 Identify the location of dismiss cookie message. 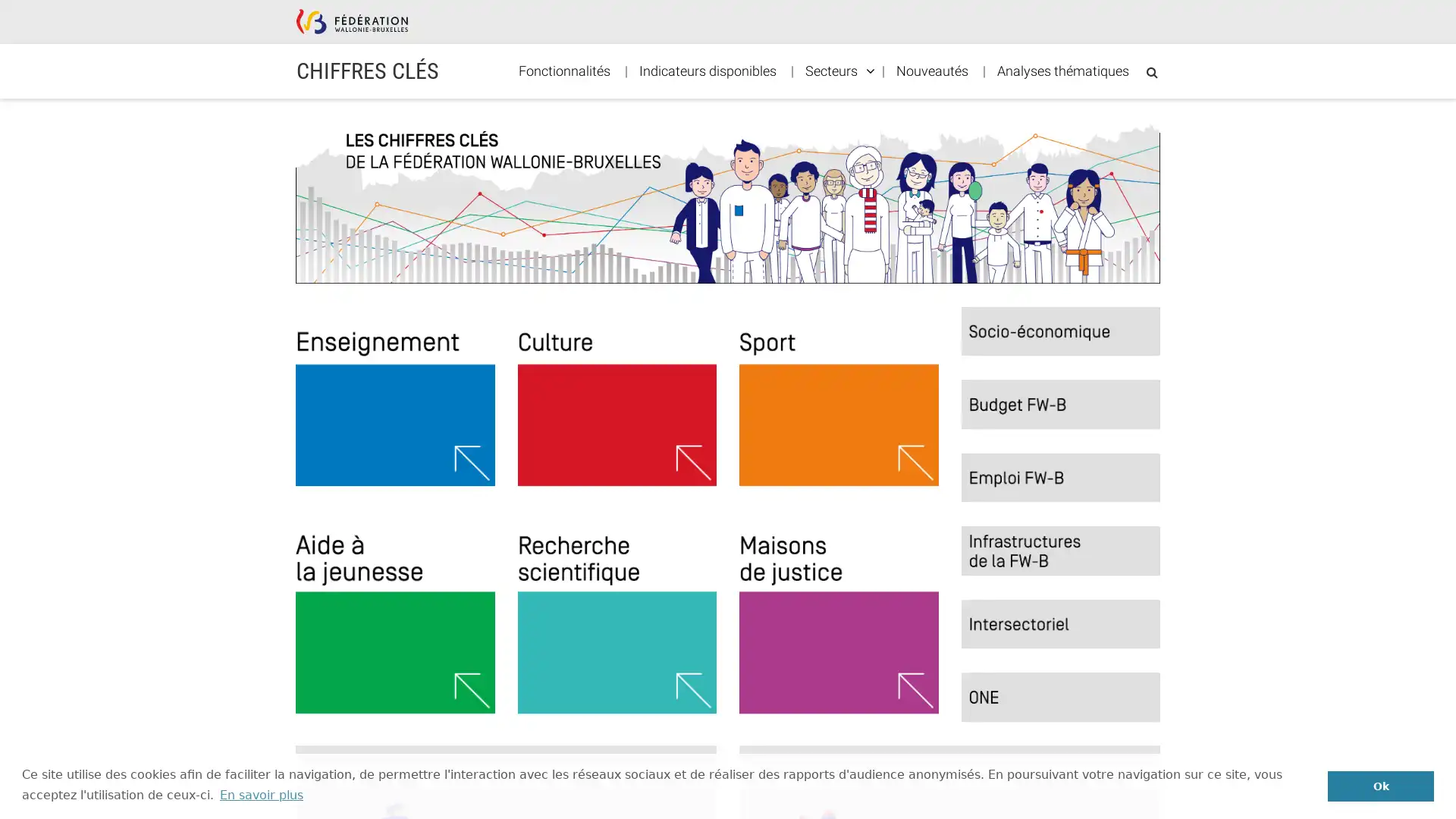
(1380, 785).